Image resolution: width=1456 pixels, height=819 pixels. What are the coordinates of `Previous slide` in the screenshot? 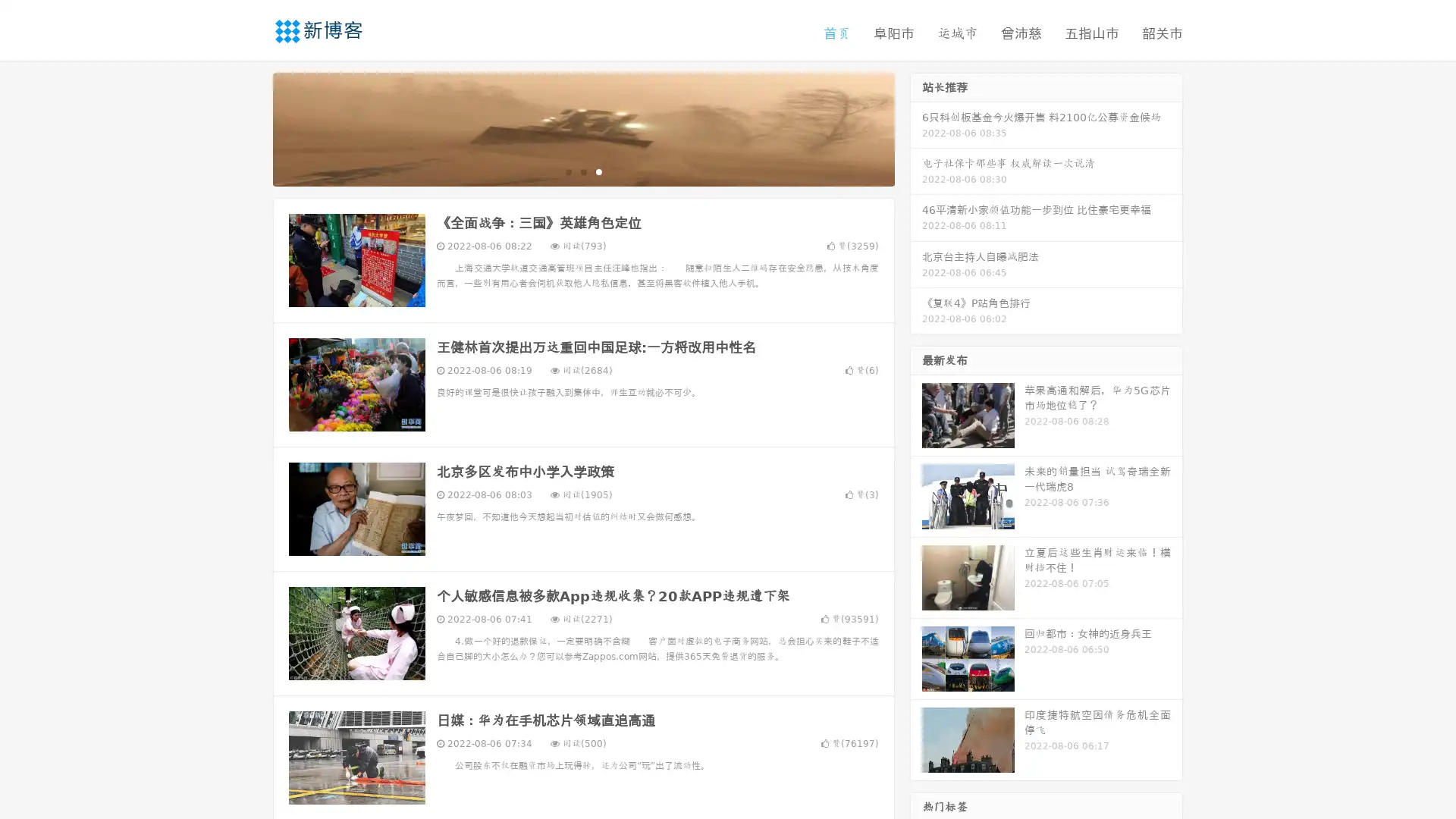 It's located at (250, 127).